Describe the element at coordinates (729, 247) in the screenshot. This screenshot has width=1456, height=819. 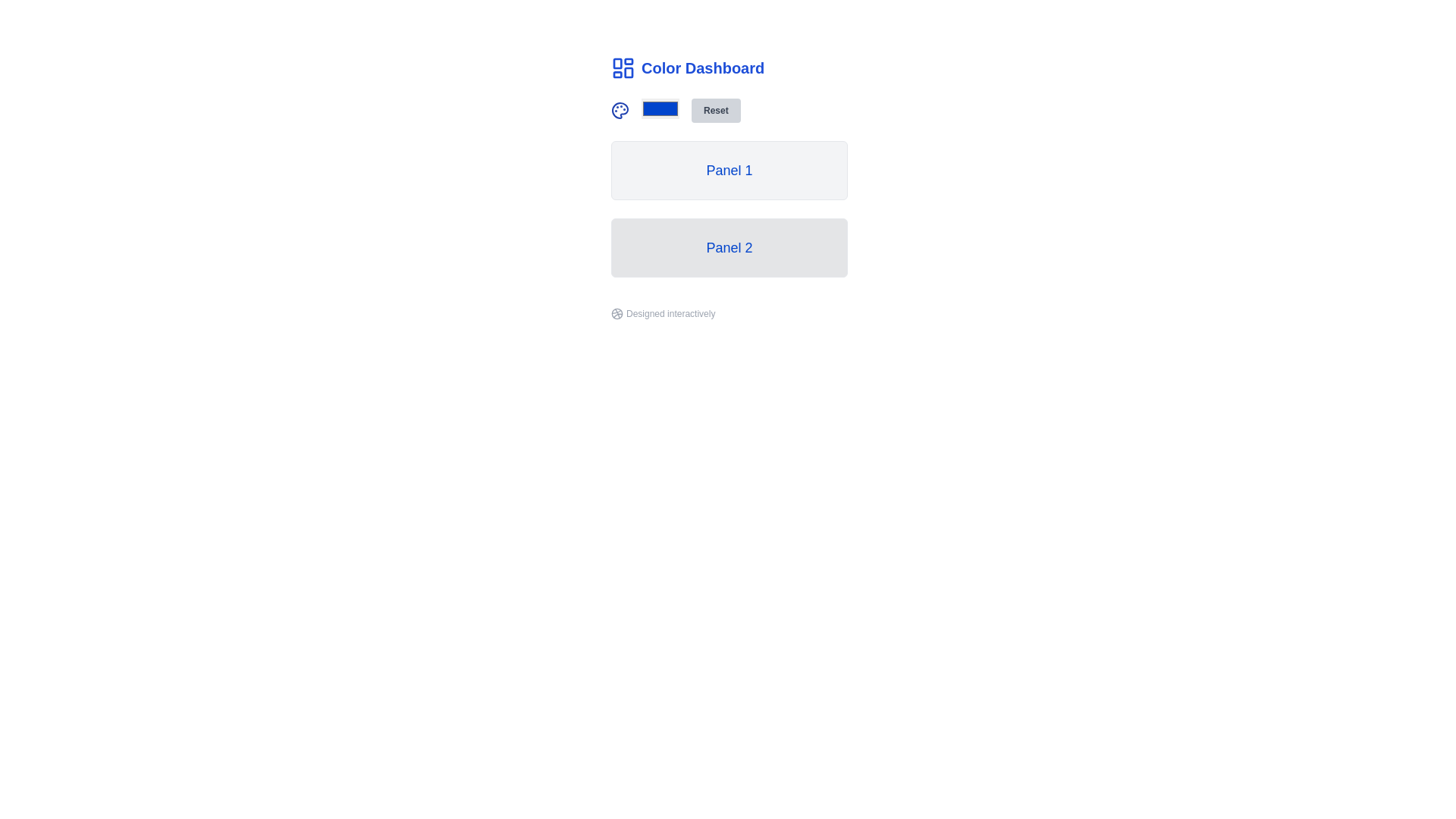
I see `the label text for 'Panel 2', which is the second item in a vertical stack of panels, located below 'Panel 1'` at that location.